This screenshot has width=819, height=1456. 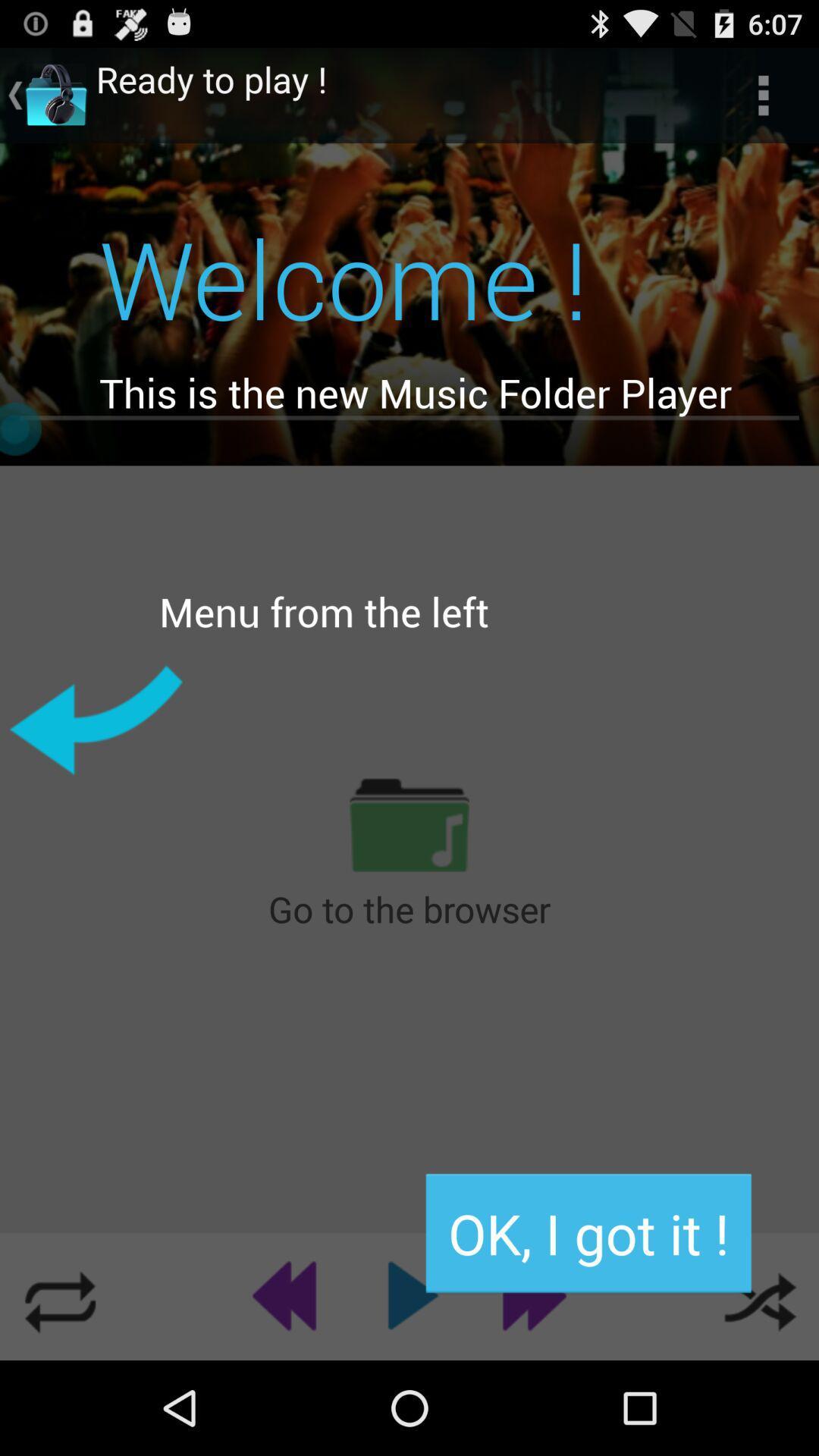 I want to click on the folder icon, so click(x=409, y=883).